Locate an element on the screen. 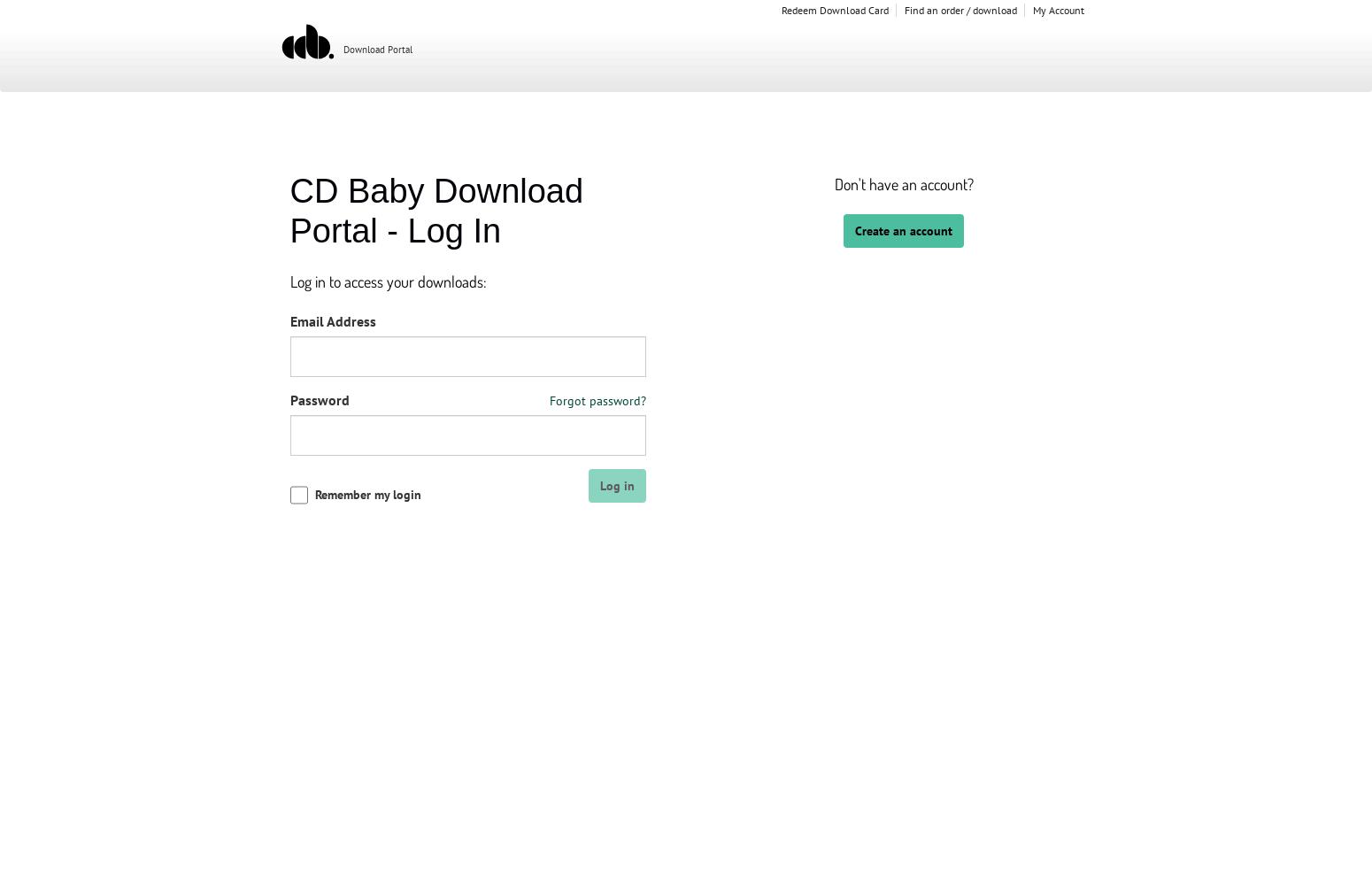 Image resolution: width=1372 pixels, height=885 pixels. 'Redeem Download Card' is located at coordinates (780, 10).